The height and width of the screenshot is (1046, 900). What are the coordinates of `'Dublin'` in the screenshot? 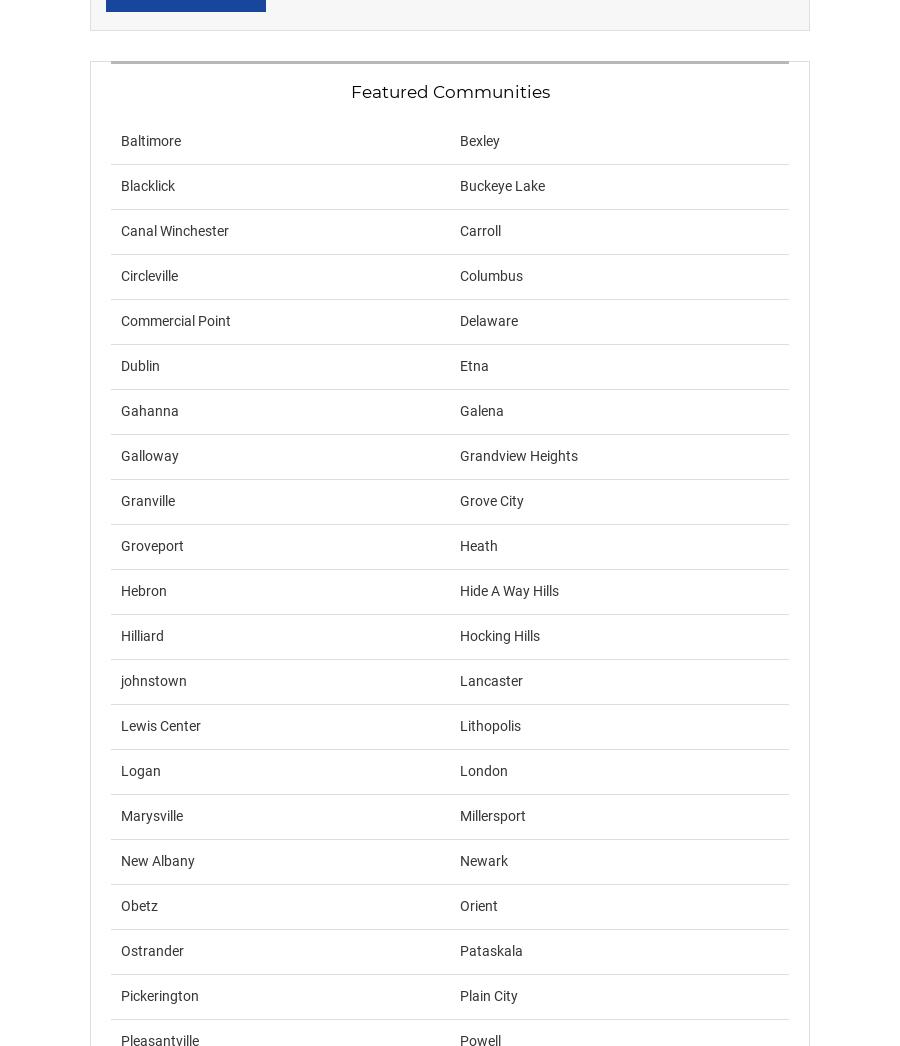 It's located at (140, 364).